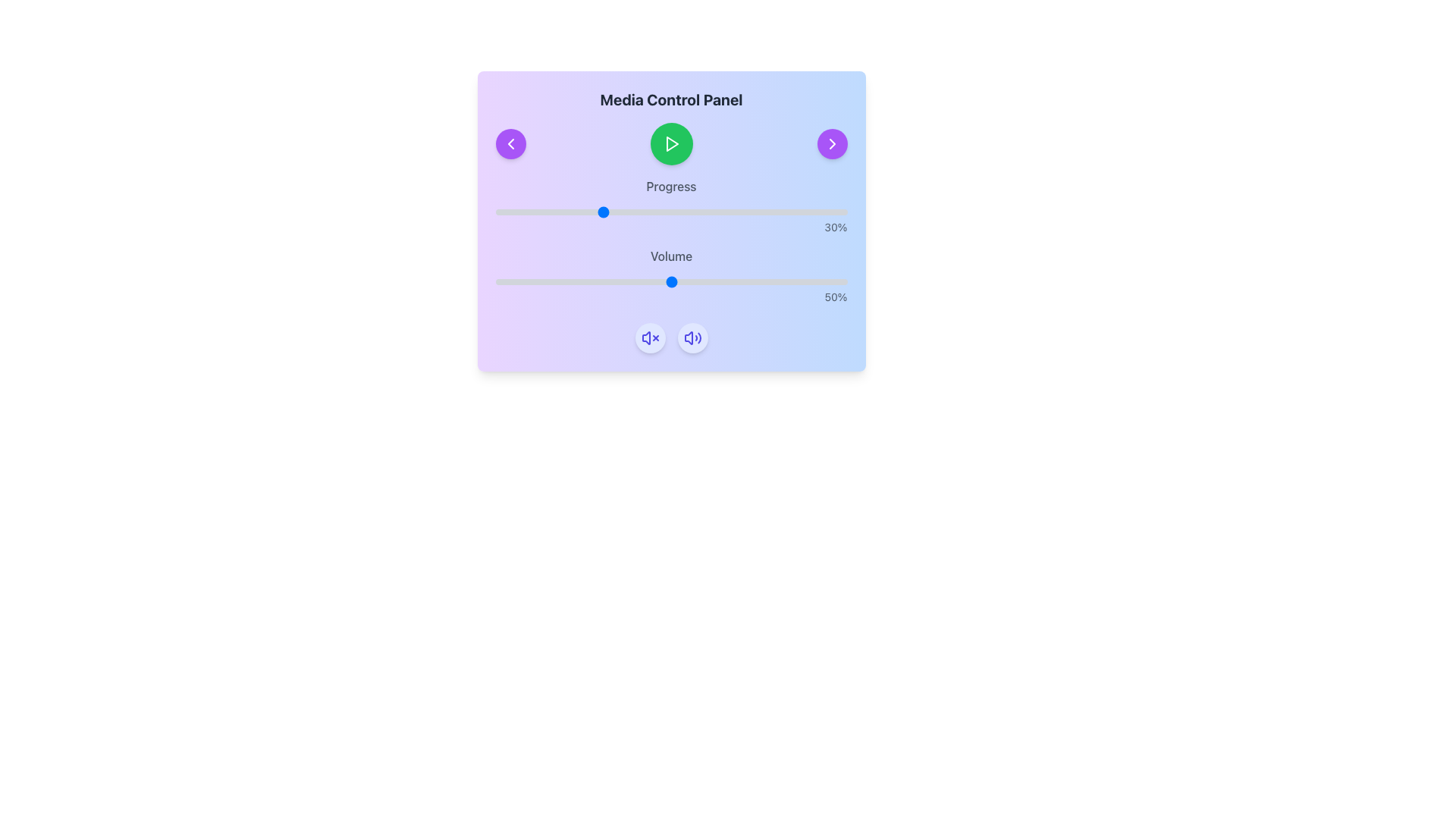 This screenshot has height=819, width=1456. Describe the element at coordinates (499, 281) in the screenshot. I see `the slider value` at that location.